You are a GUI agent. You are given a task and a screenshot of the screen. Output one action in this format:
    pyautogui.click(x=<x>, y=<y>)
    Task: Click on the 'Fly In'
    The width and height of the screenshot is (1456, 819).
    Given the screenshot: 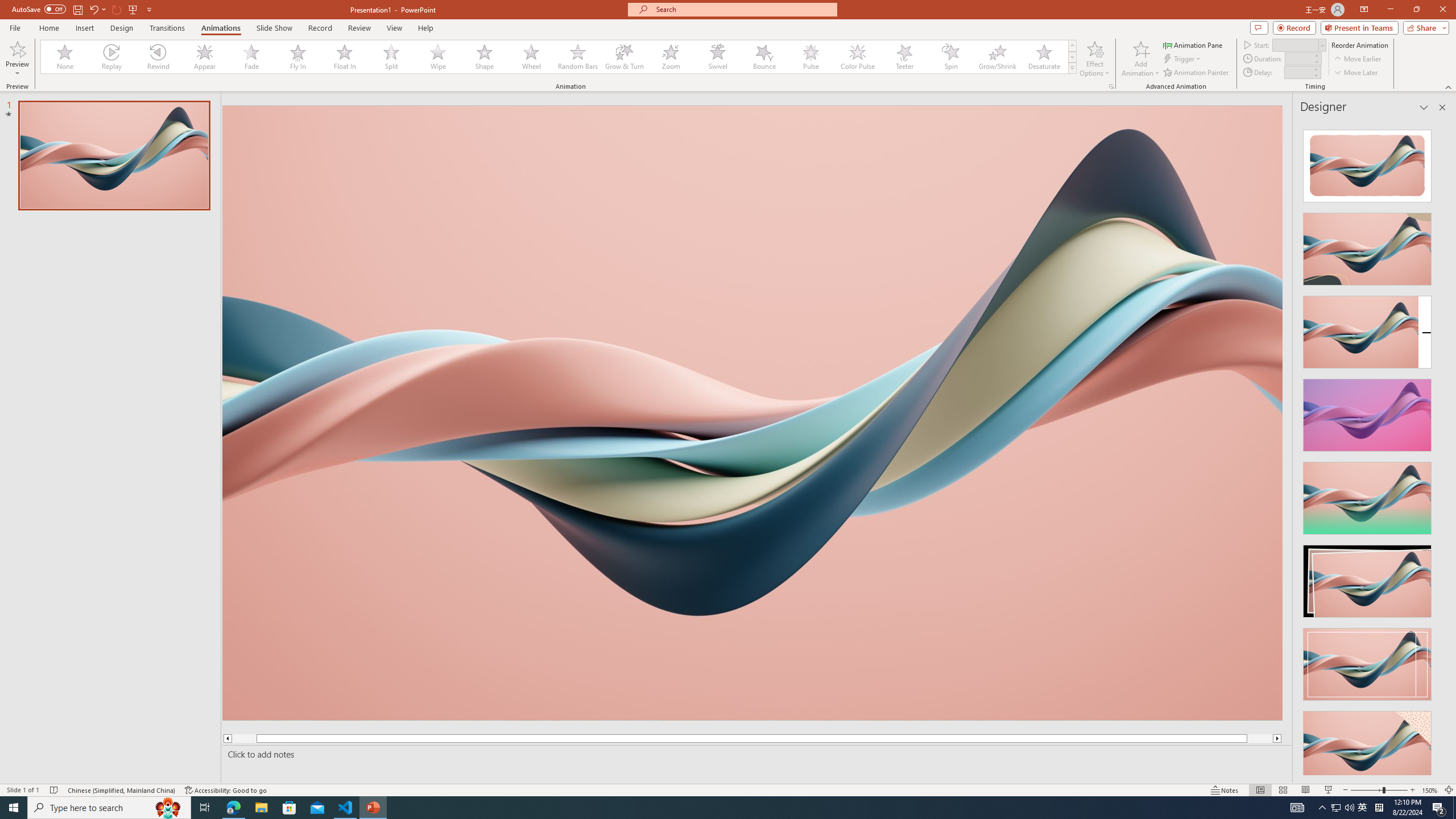 What is the action you would take?
    pyautogui.click(x=297, y=56)
    